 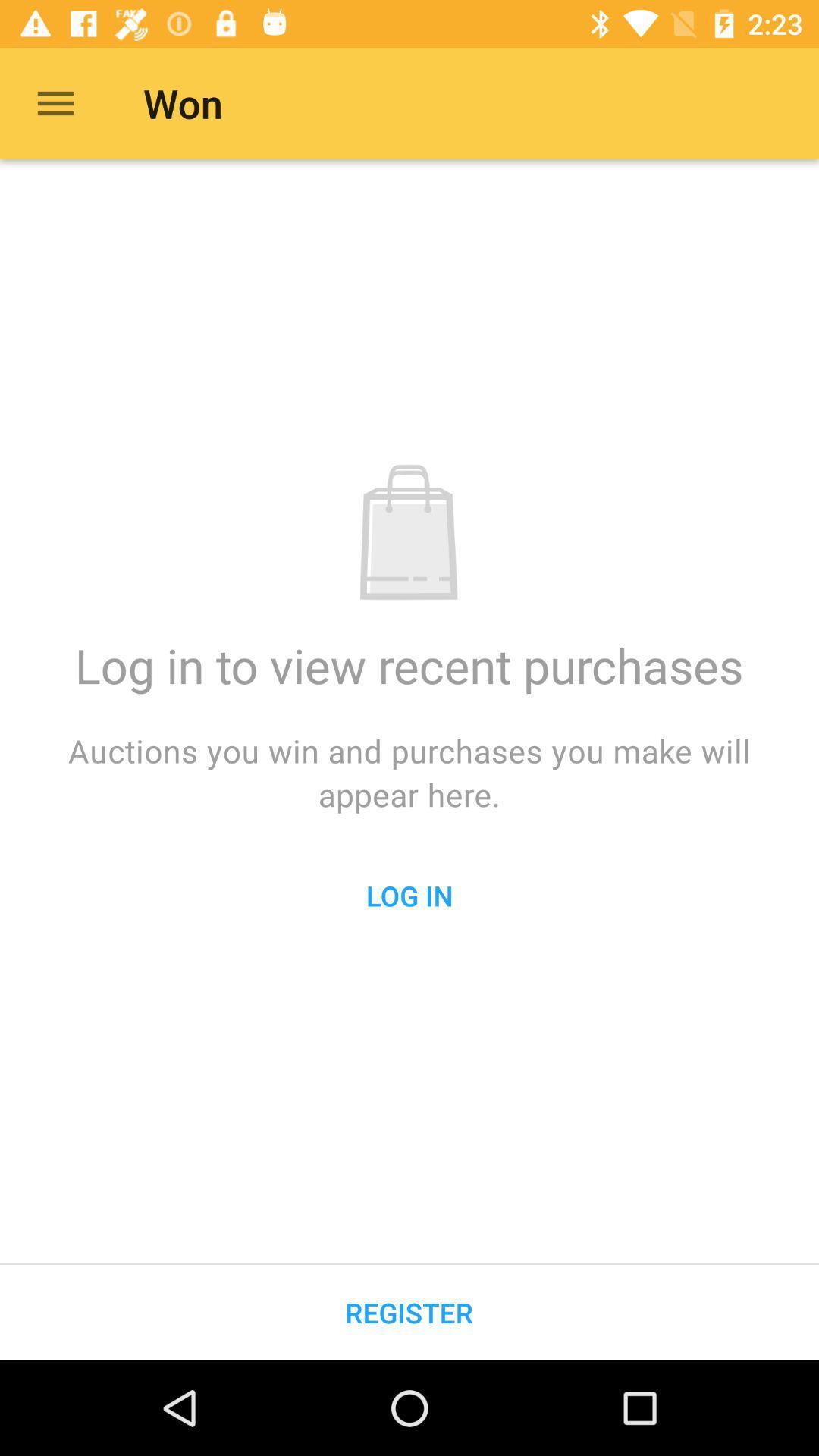 I want to click on the icon next to won, so click(x=55, y=102).